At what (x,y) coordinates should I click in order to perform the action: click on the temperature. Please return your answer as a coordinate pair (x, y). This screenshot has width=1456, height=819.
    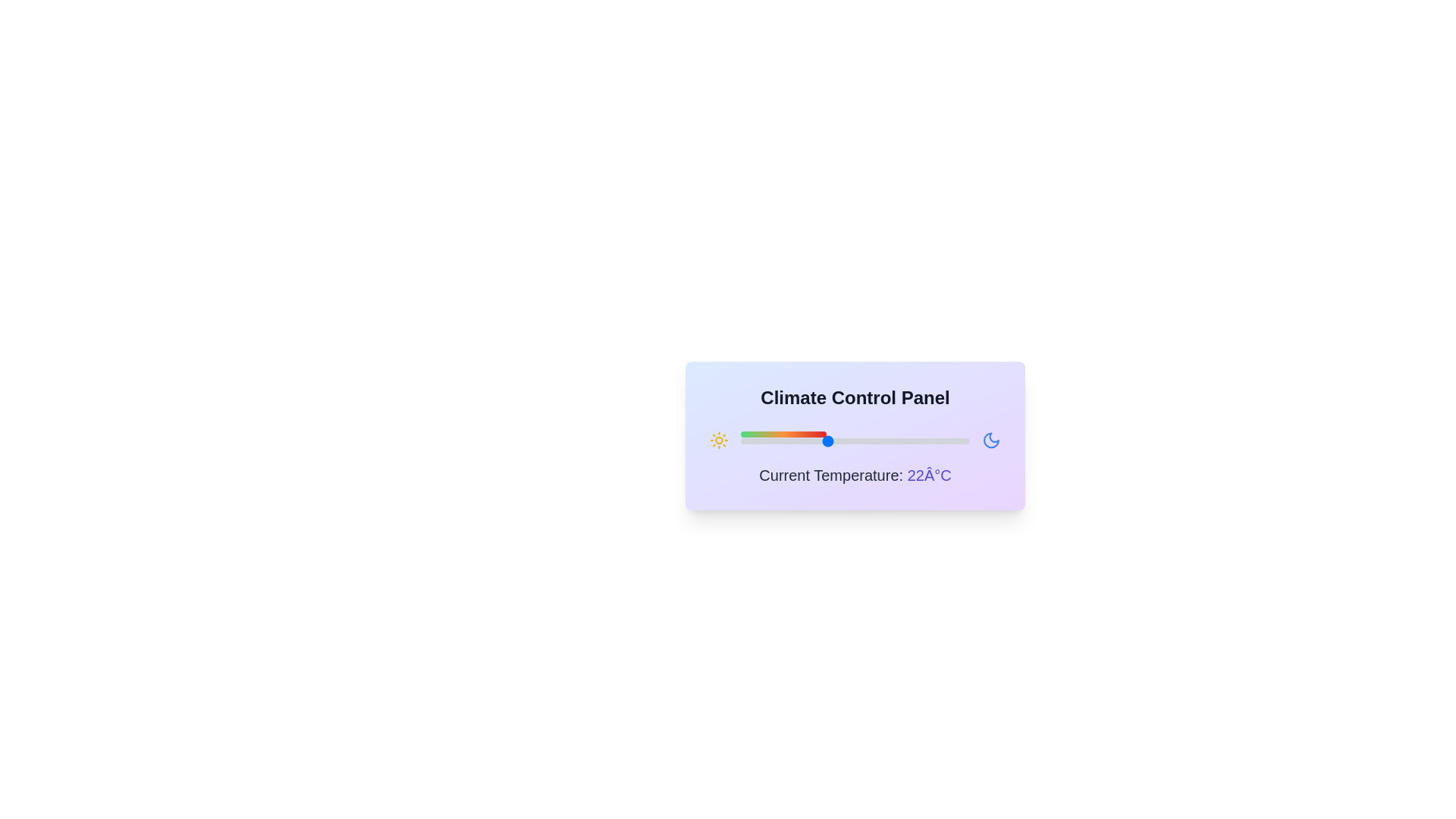
    Looking at the image, I should click on (926, 441).